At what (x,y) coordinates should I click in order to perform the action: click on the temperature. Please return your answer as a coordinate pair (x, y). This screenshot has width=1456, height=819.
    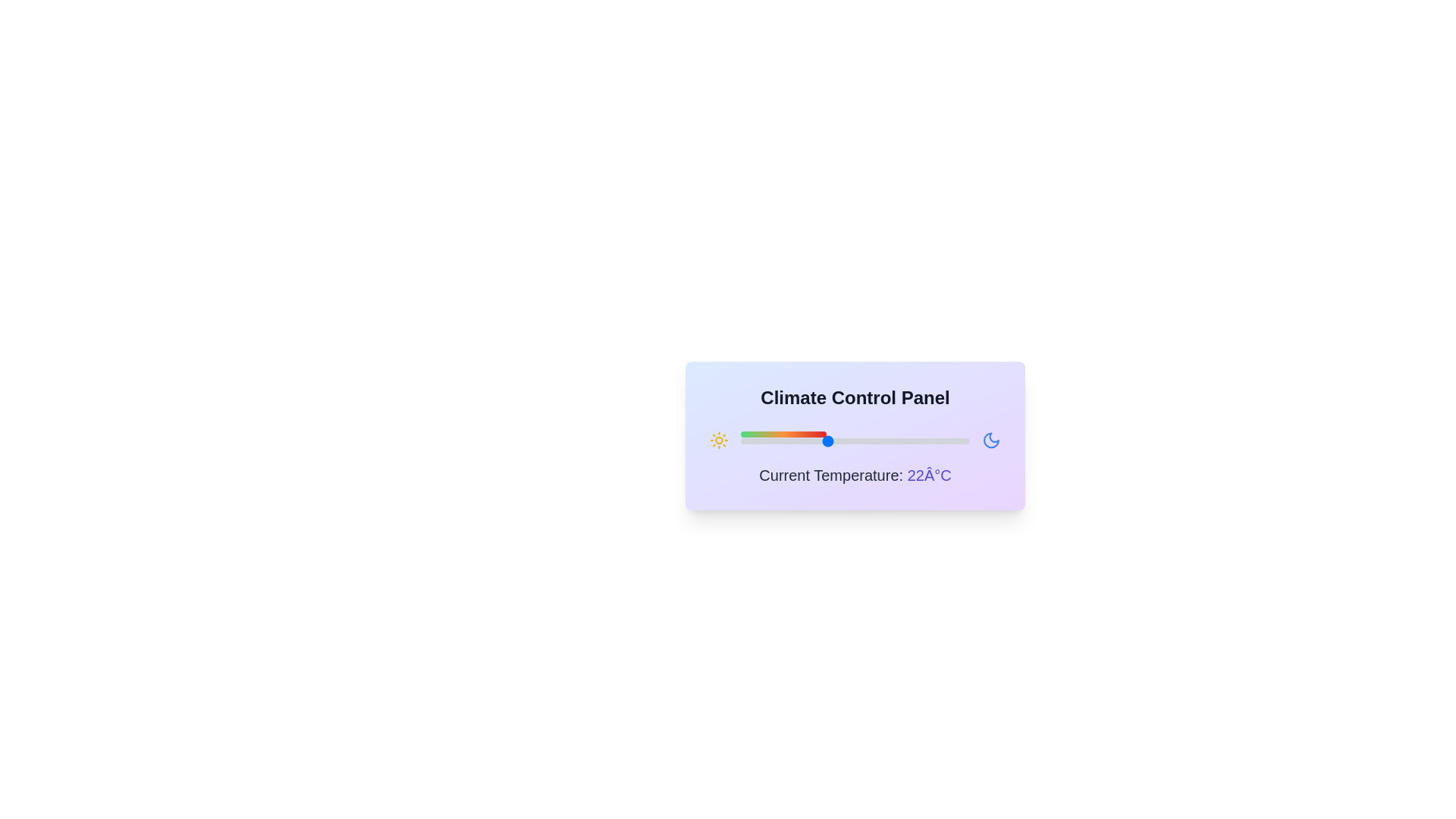
    Looking at the image, I should click on (926, 441).